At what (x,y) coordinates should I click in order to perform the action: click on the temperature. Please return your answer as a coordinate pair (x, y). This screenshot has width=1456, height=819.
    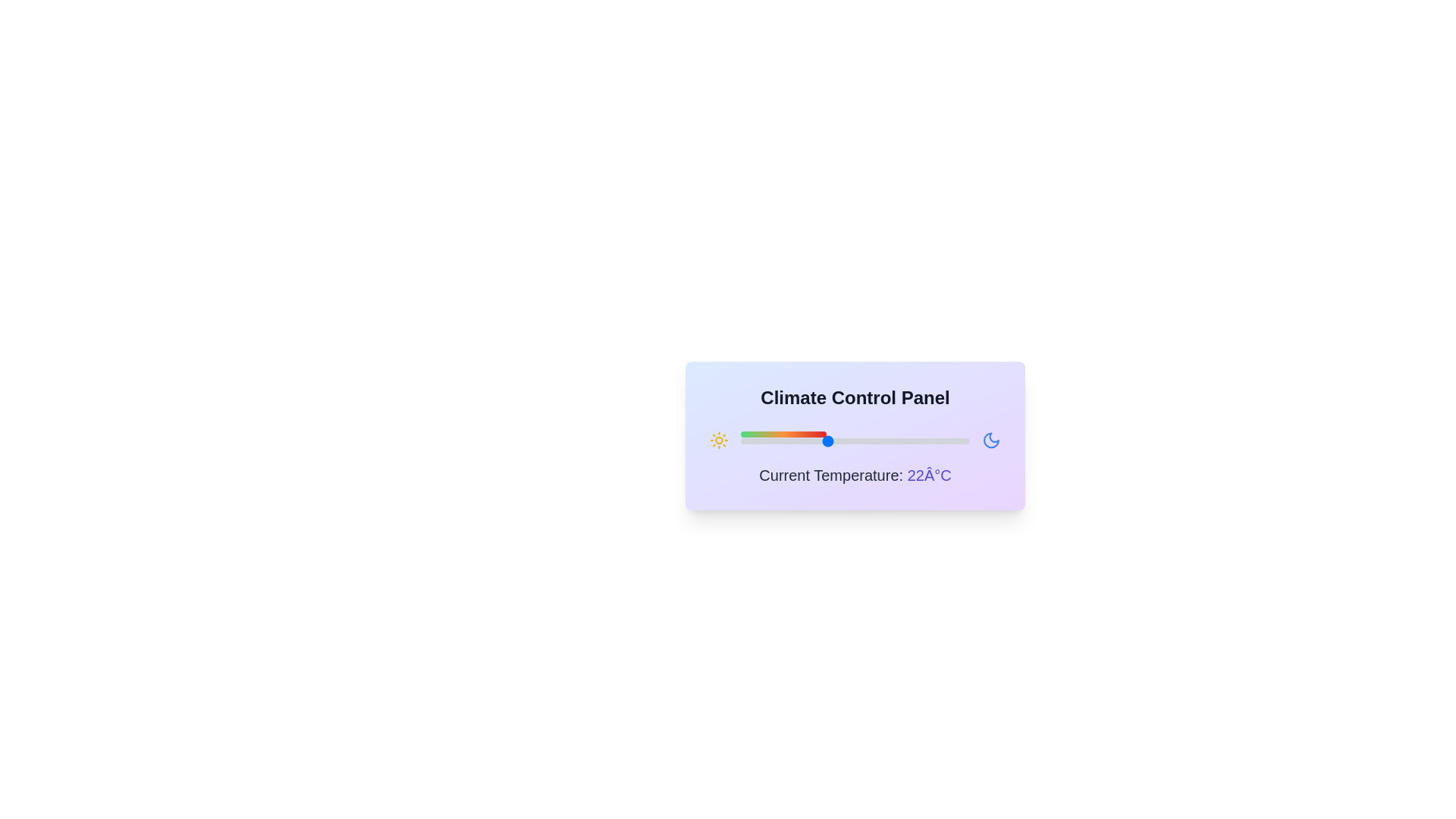
    Looking at the image, I should click on (926, 441).